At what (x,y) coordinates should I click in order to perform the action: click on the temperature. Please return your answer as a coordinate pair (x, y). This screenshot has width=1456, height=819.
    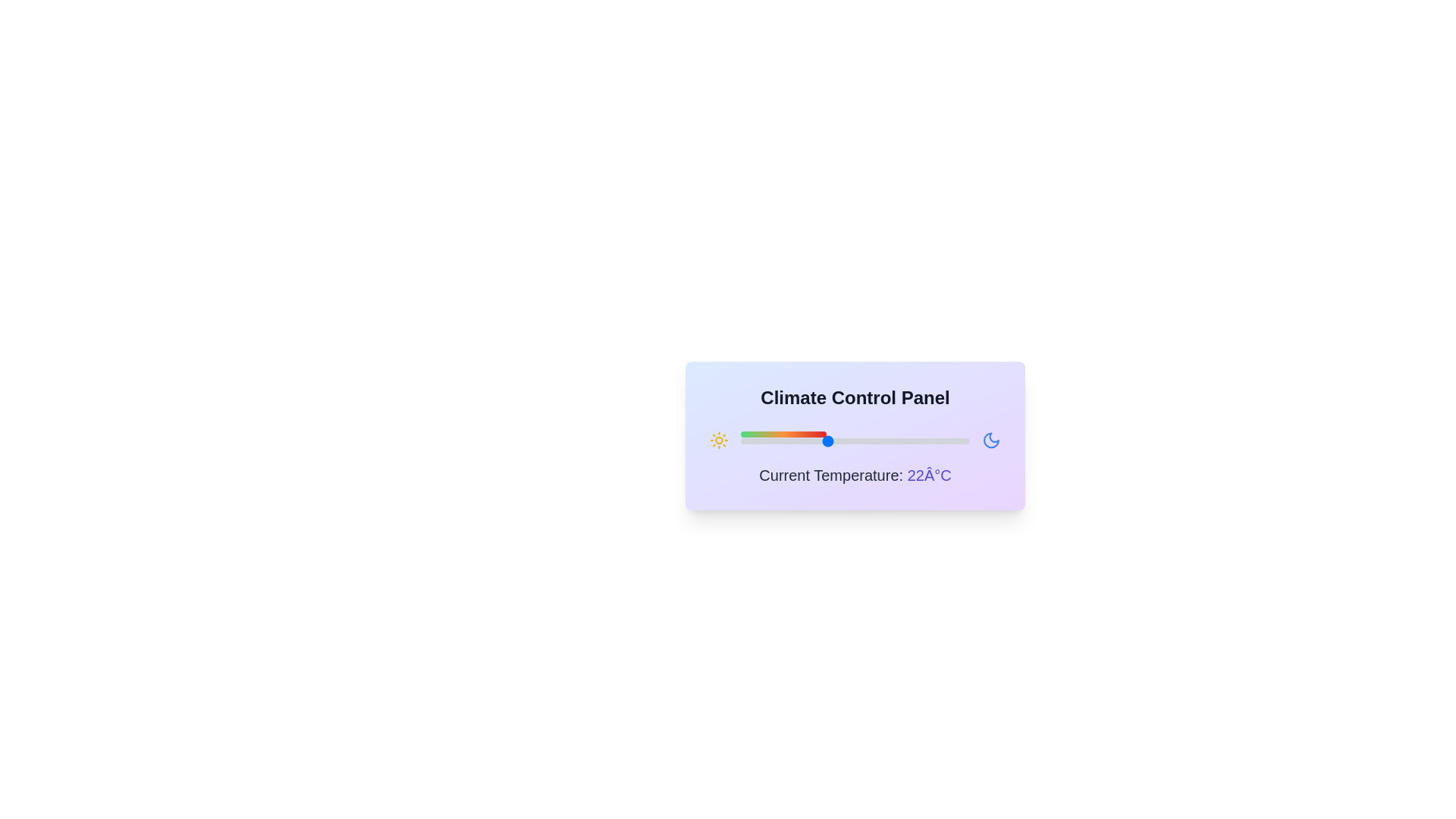
    Looking at the image, I should click on (926, 441).